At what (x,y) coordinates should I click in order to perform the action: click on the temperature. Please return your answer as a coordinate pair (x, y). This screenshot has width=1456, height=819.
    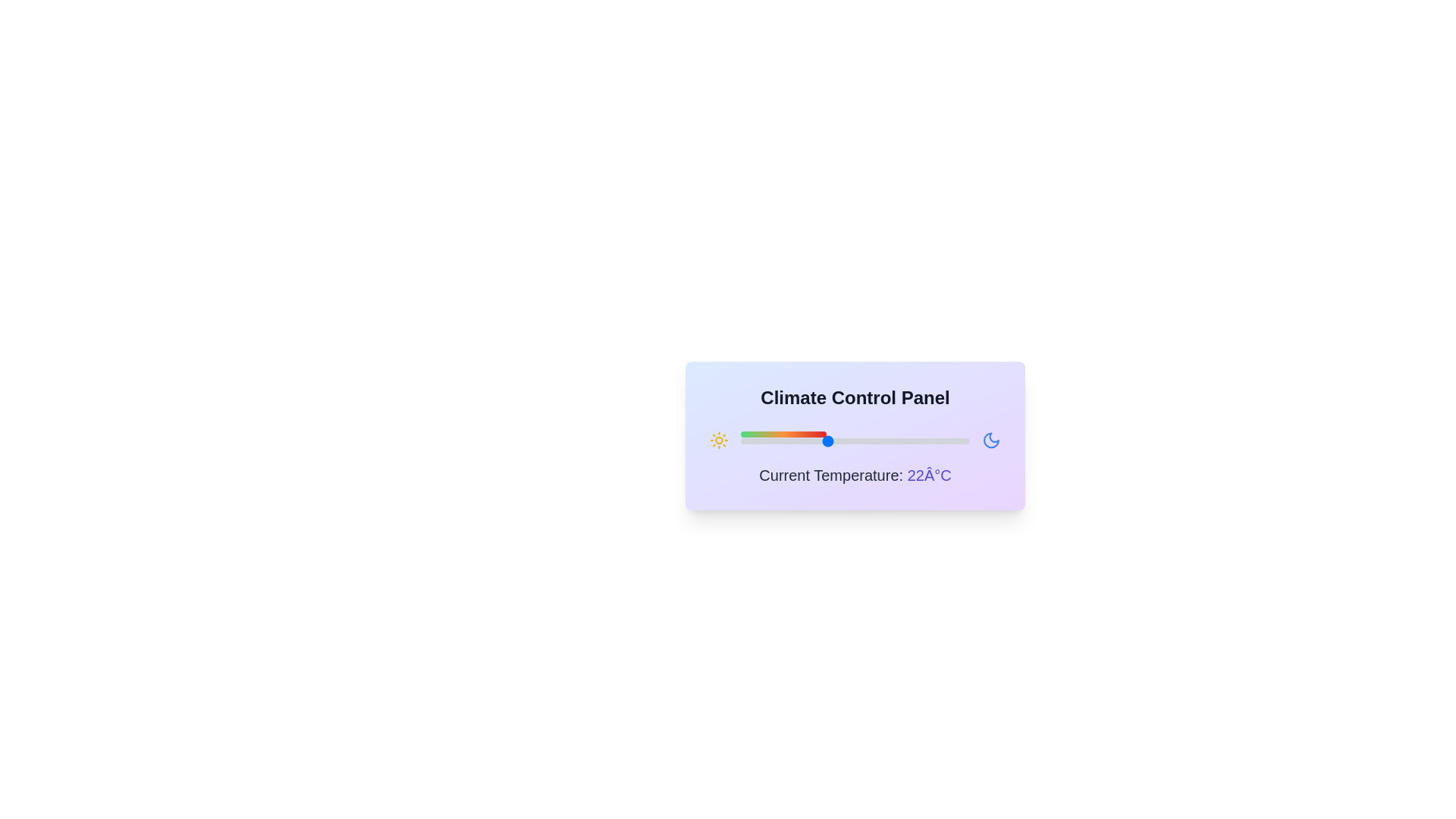
    Looking at the image, I should click on (926, 441).